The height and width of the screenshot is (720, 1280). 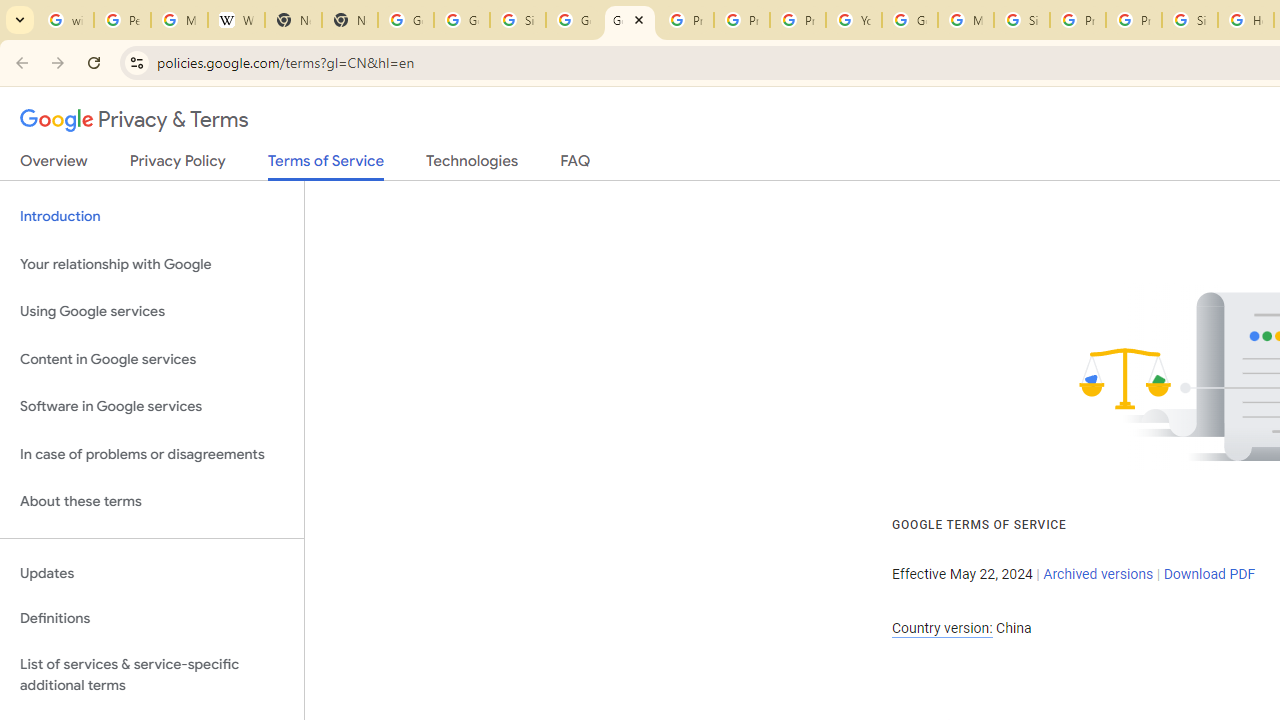 I want to click on 'YouTube', so click(x=853, y=20).